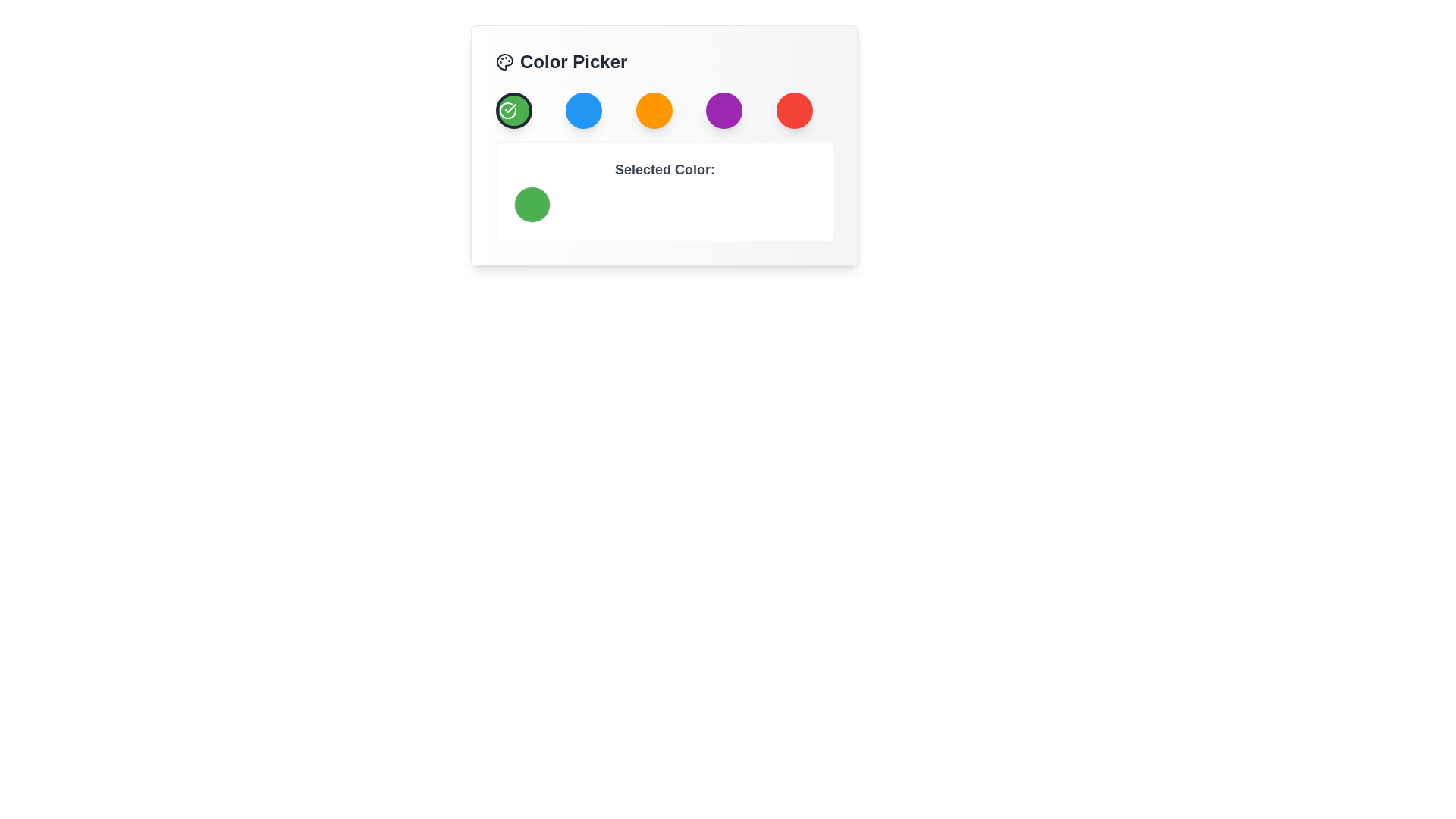 This screenshot has height=819, width=1456. What do you see at coordinates (513, 110) in the screenshot?
I see `the first circular button for selecting the green color in the 'Color Picker' interface` at bounding box center [513, 110].